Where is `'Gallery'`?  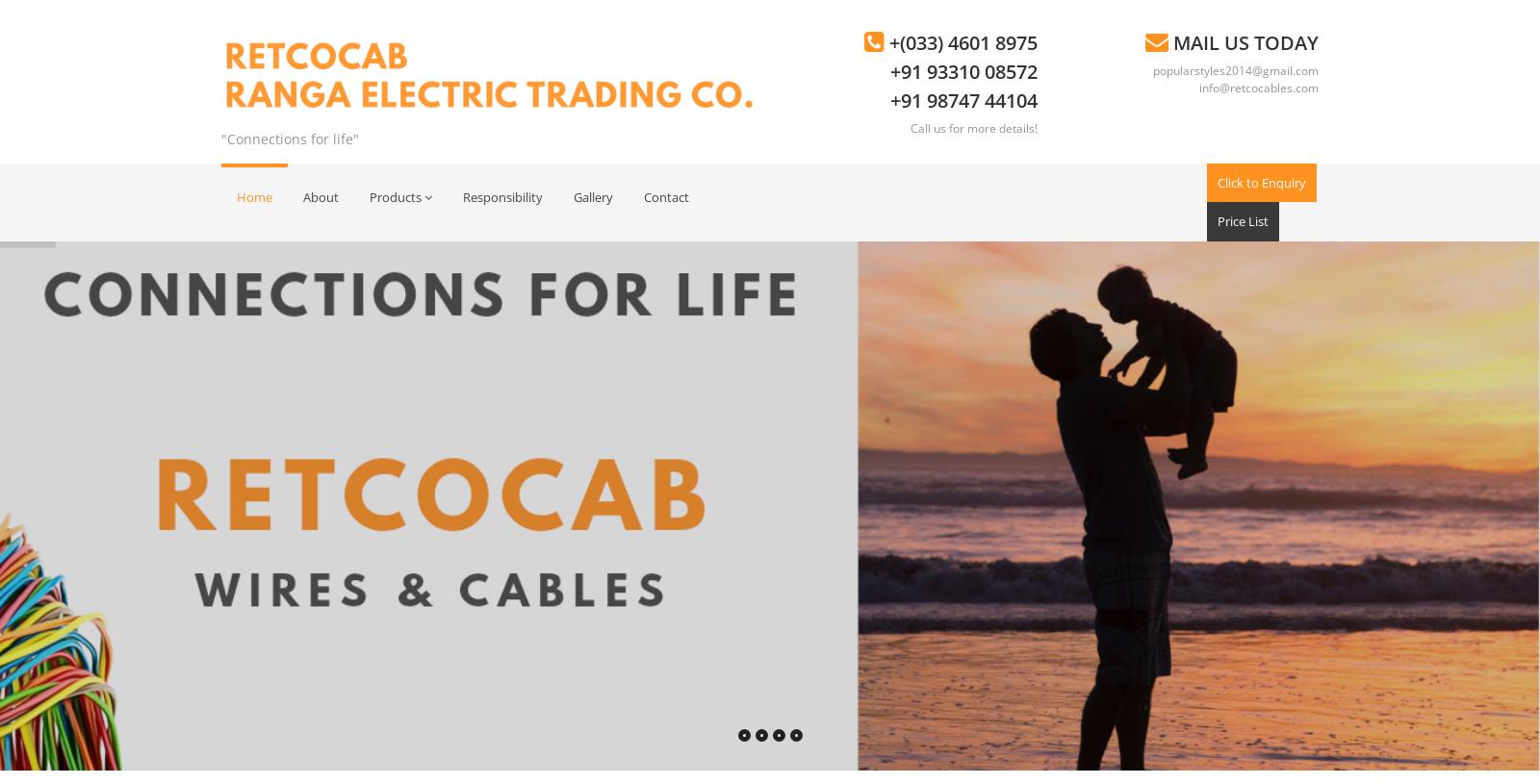
'Gallery' is located at coordinates (593, 195).